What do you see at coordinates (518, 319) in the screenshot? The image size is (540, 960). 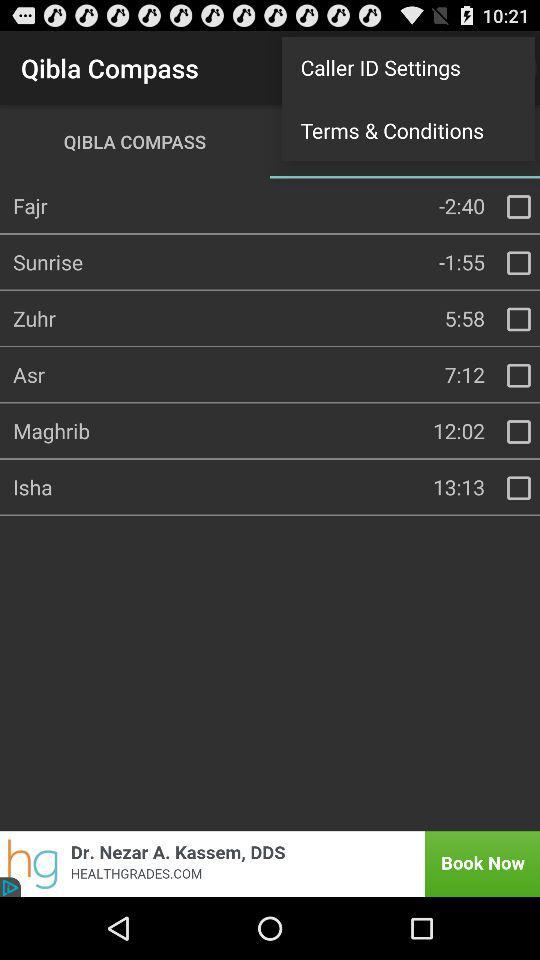 I see `selecting box` at bounding box center [518, 319].